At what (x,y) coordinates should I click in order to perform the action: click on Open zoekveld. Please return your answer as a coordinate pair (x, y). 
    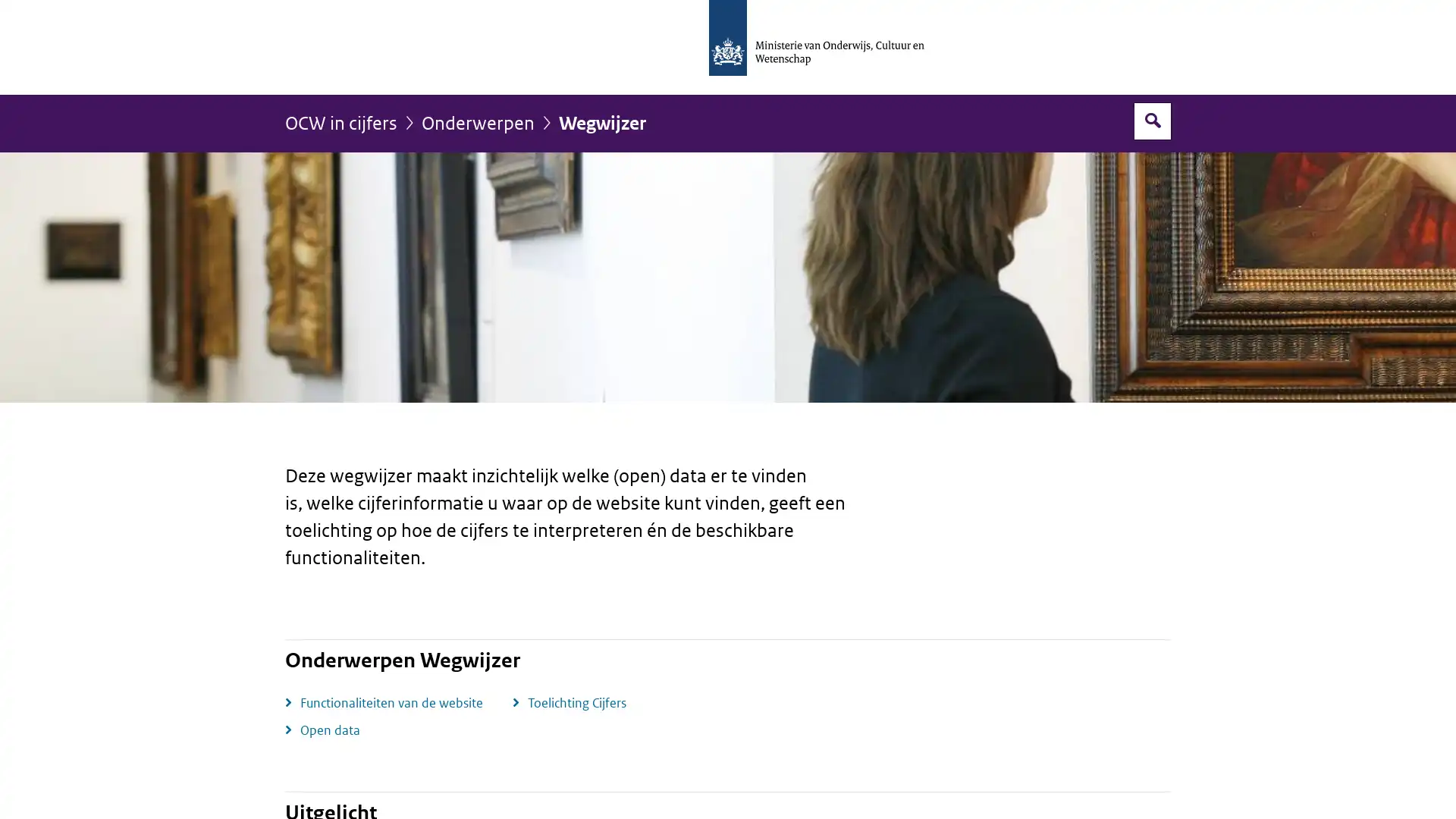
    Looking at the image, I should click on (1153, 120).